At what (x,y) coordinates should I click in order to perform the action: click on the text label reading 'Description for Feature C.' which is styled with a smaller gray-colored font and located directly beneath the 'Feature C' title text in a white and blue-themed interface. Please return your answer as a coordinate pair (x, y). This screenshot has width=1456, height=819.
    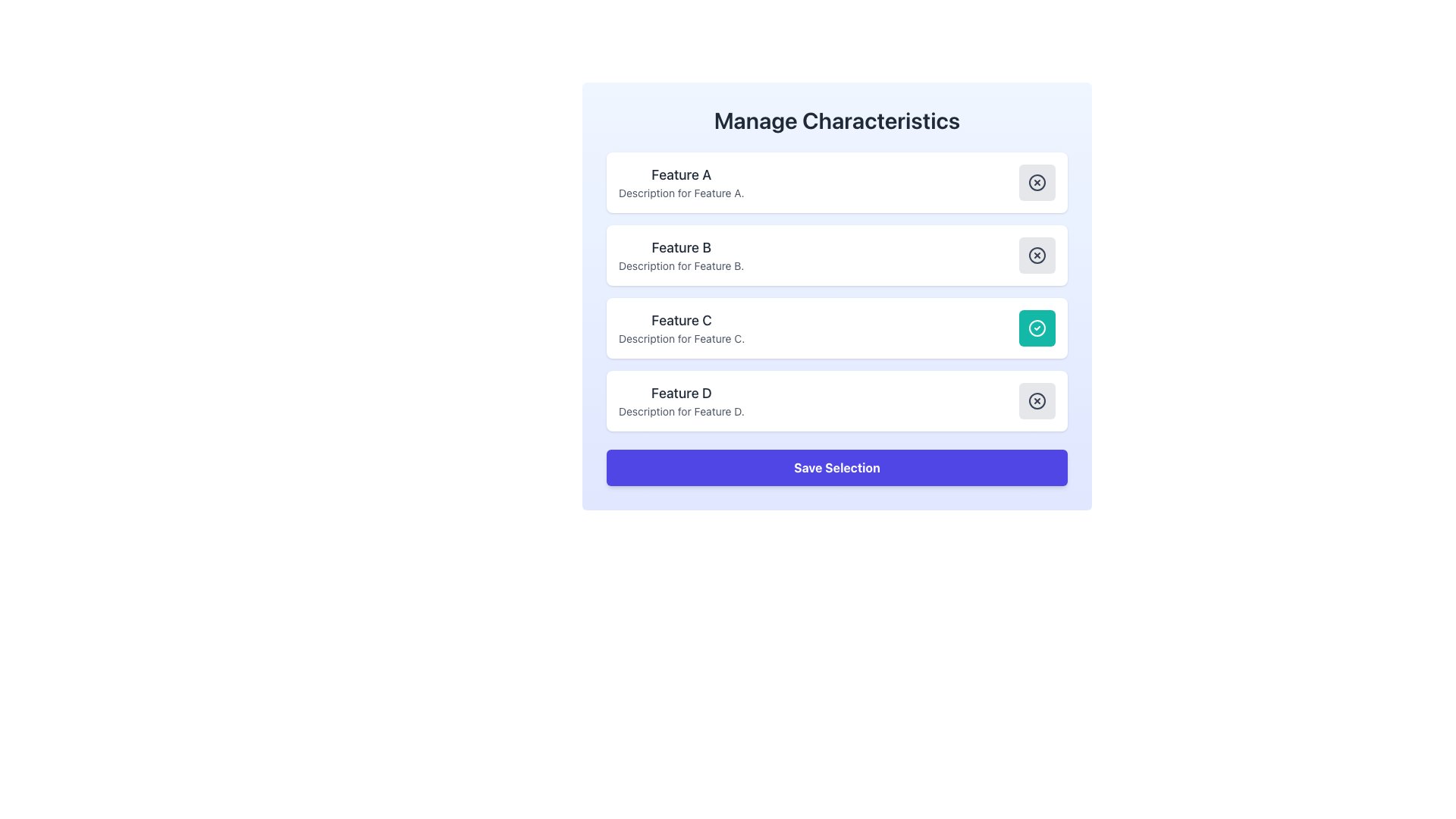
    Looking at the image, I should click on (681, 338).